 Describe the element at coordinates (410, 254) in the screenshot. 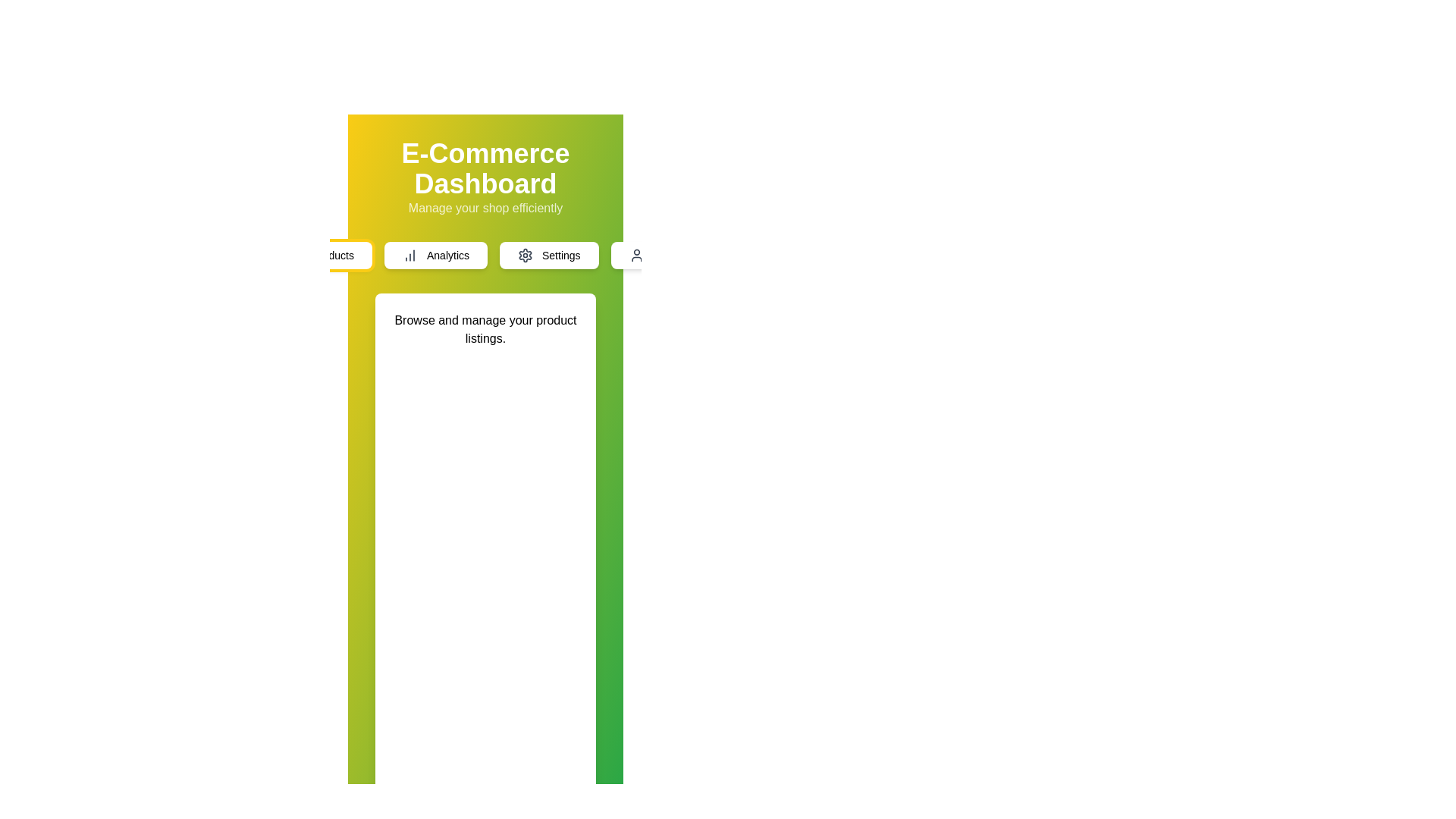

I see `the 'Analytics' icon located in the top navigation bar of the 'E-Commerce Dashboard', positioned between the 'Products' and 'Settings' buttons` at that location.